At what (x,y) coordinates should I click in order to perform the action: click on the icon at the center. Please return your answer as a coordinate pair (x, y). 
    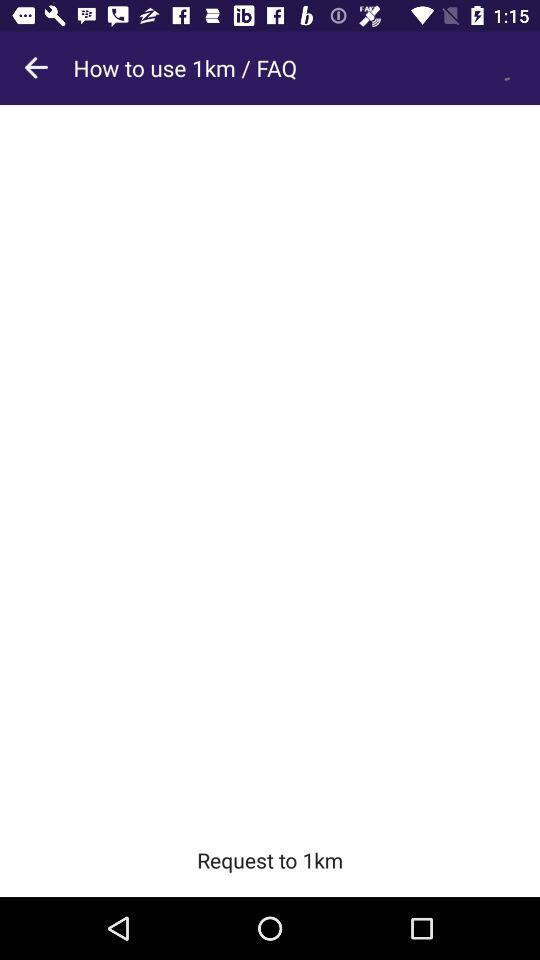
    Looking at the image, I should click on (270, 464).